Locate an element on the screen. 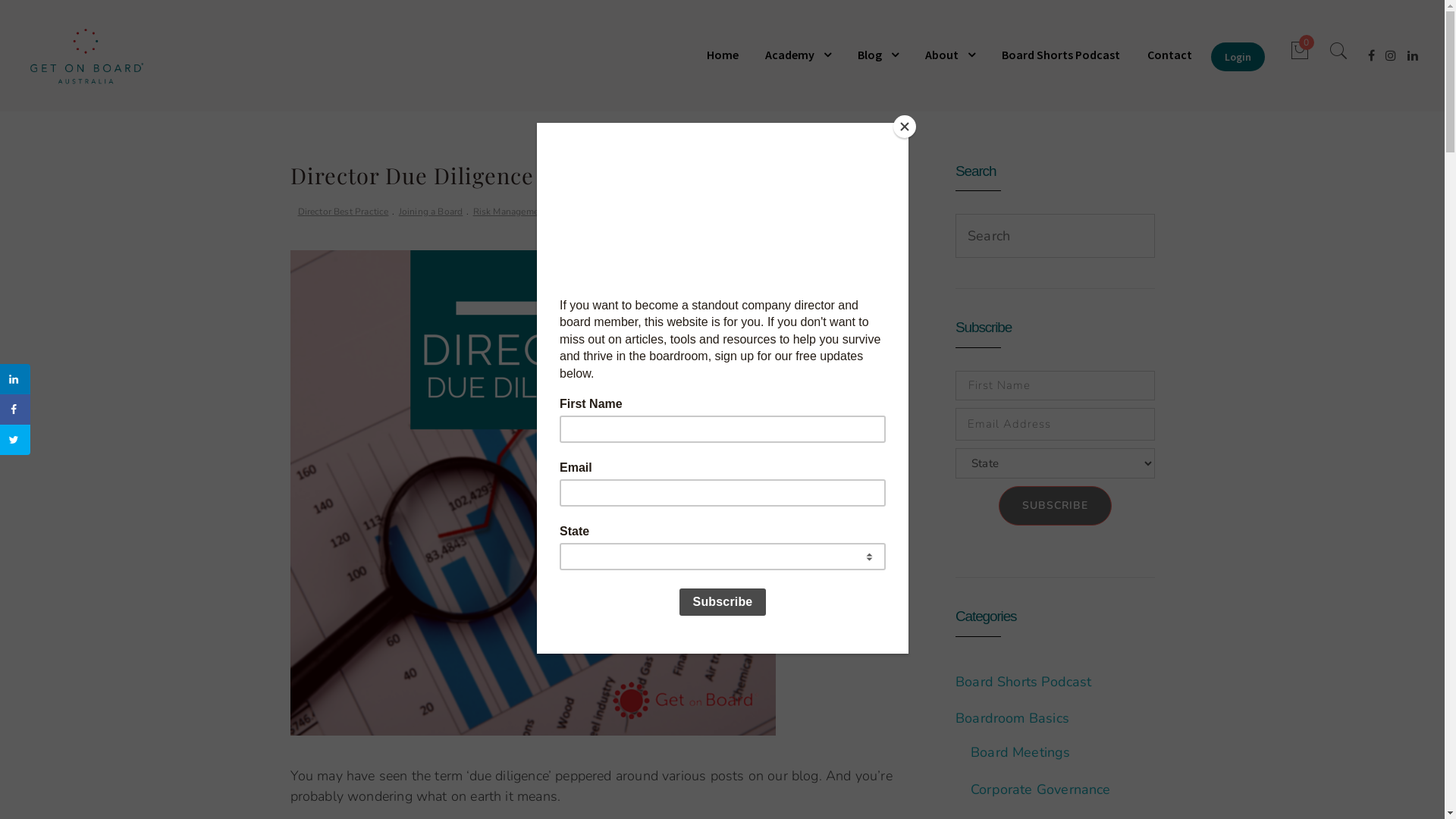 The height and width of the screenshot is (819, 1456). 'Search for:' is located at coordinates (955, 236).